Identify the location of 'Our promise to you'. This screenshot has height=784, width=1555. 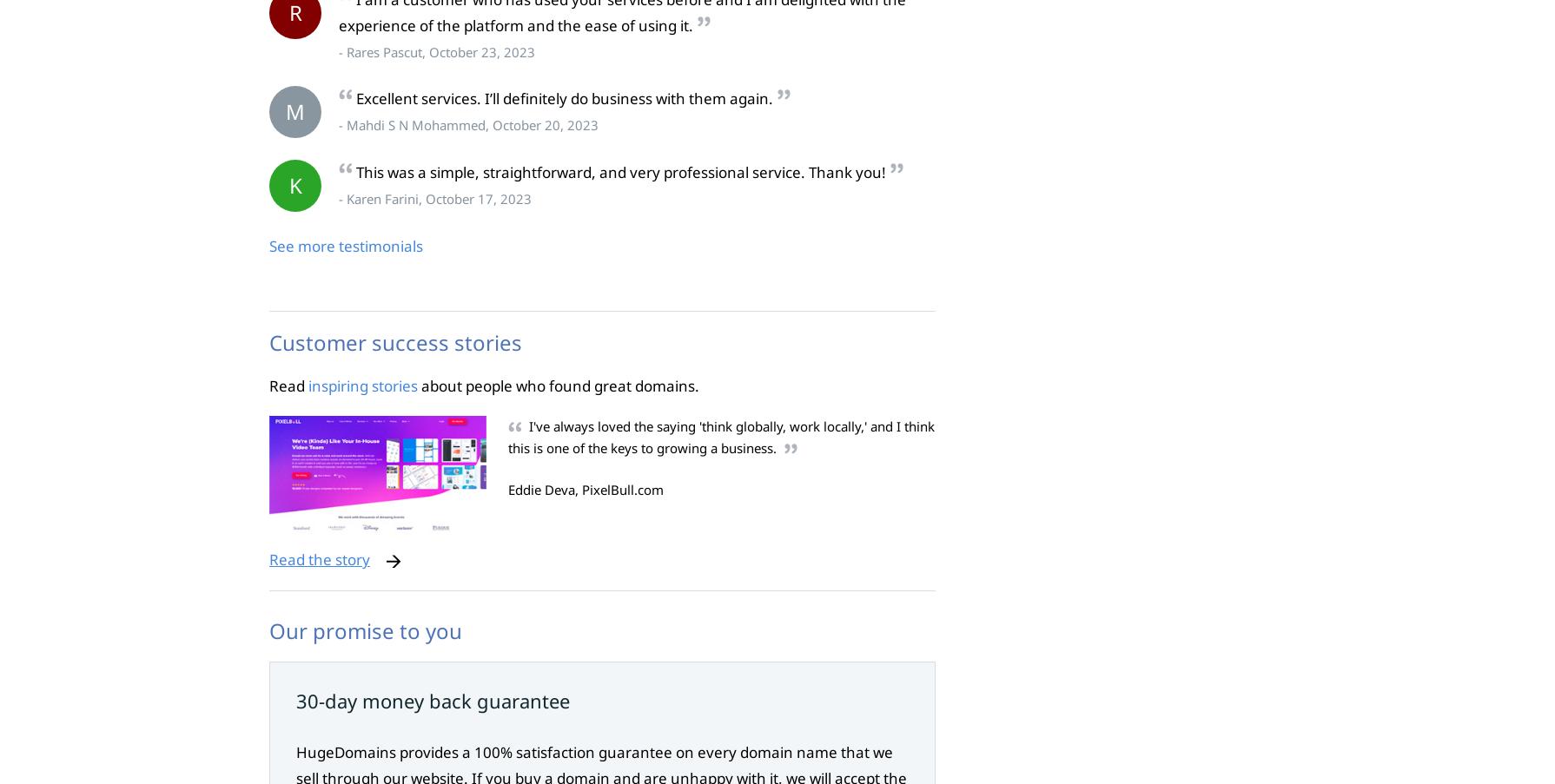
(366, 630).